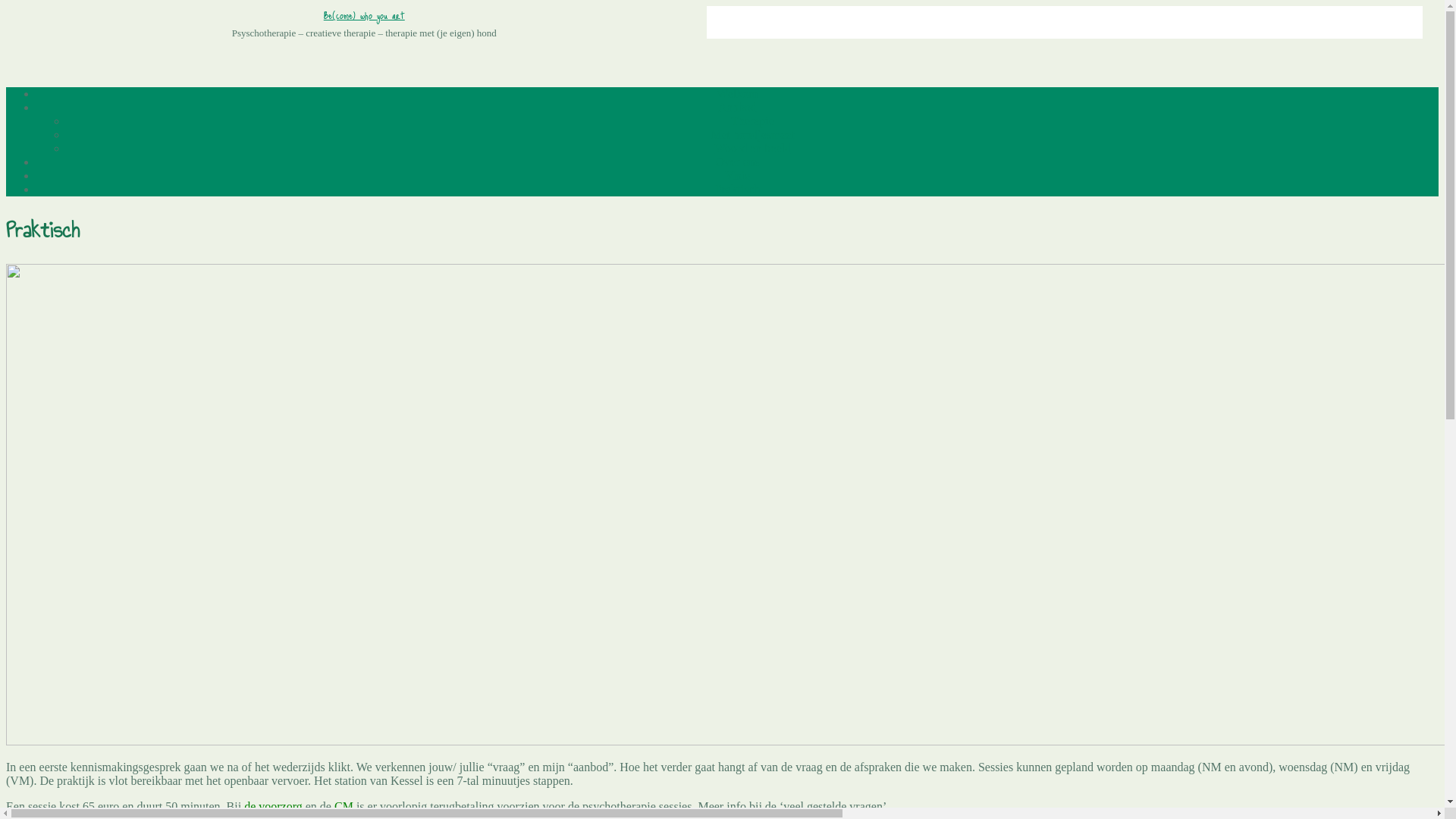  What do you see at coordinates (343, 805) in the screenshot?
I see `'CM'` at bounding box center [343, 805].